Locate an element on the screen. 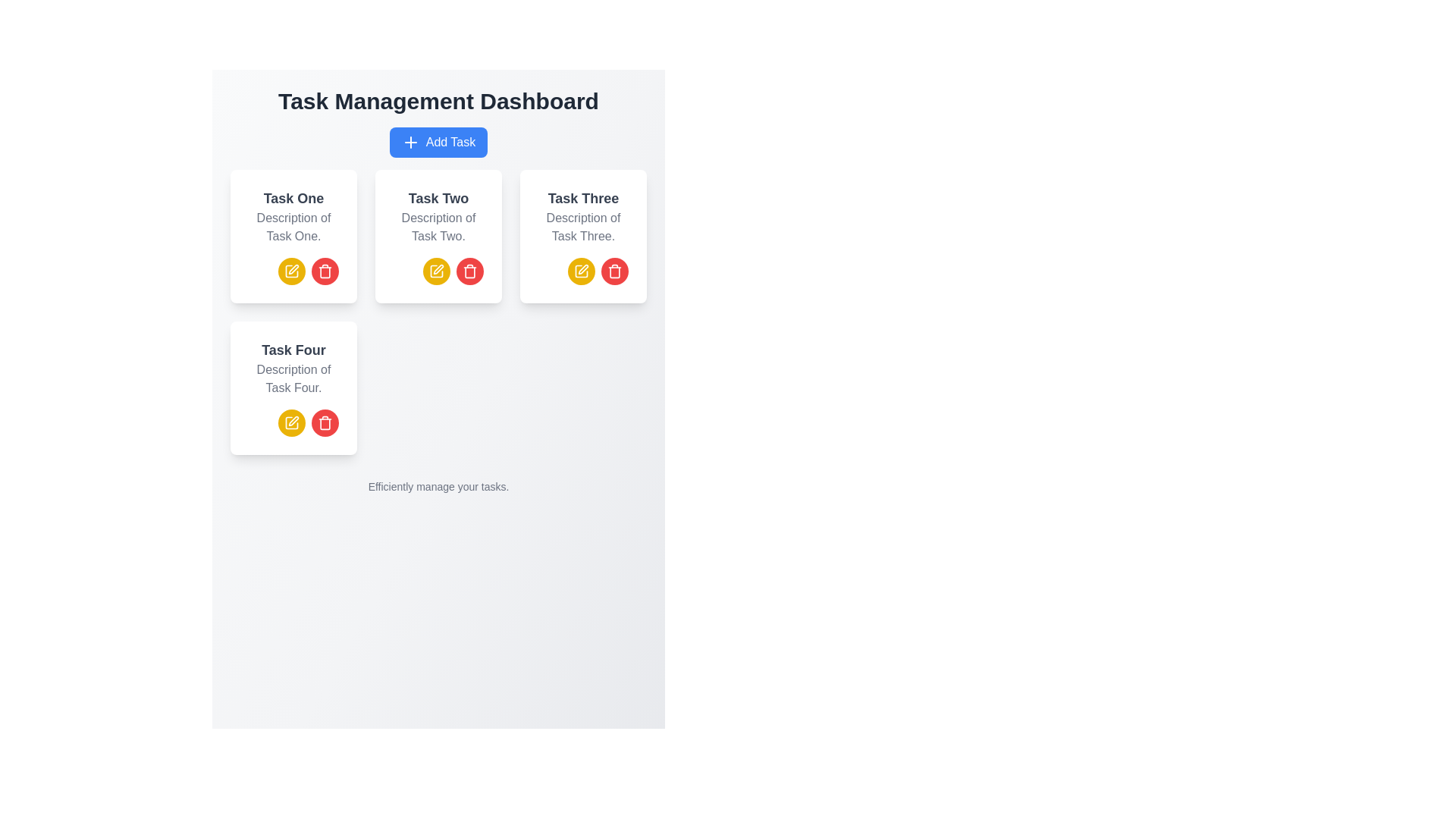 Image resolution: width=1456 pixels, height=819 pixels. the informational text located below the header 'Task Two' in the second card of the top row is located at coordinates (438, 227).